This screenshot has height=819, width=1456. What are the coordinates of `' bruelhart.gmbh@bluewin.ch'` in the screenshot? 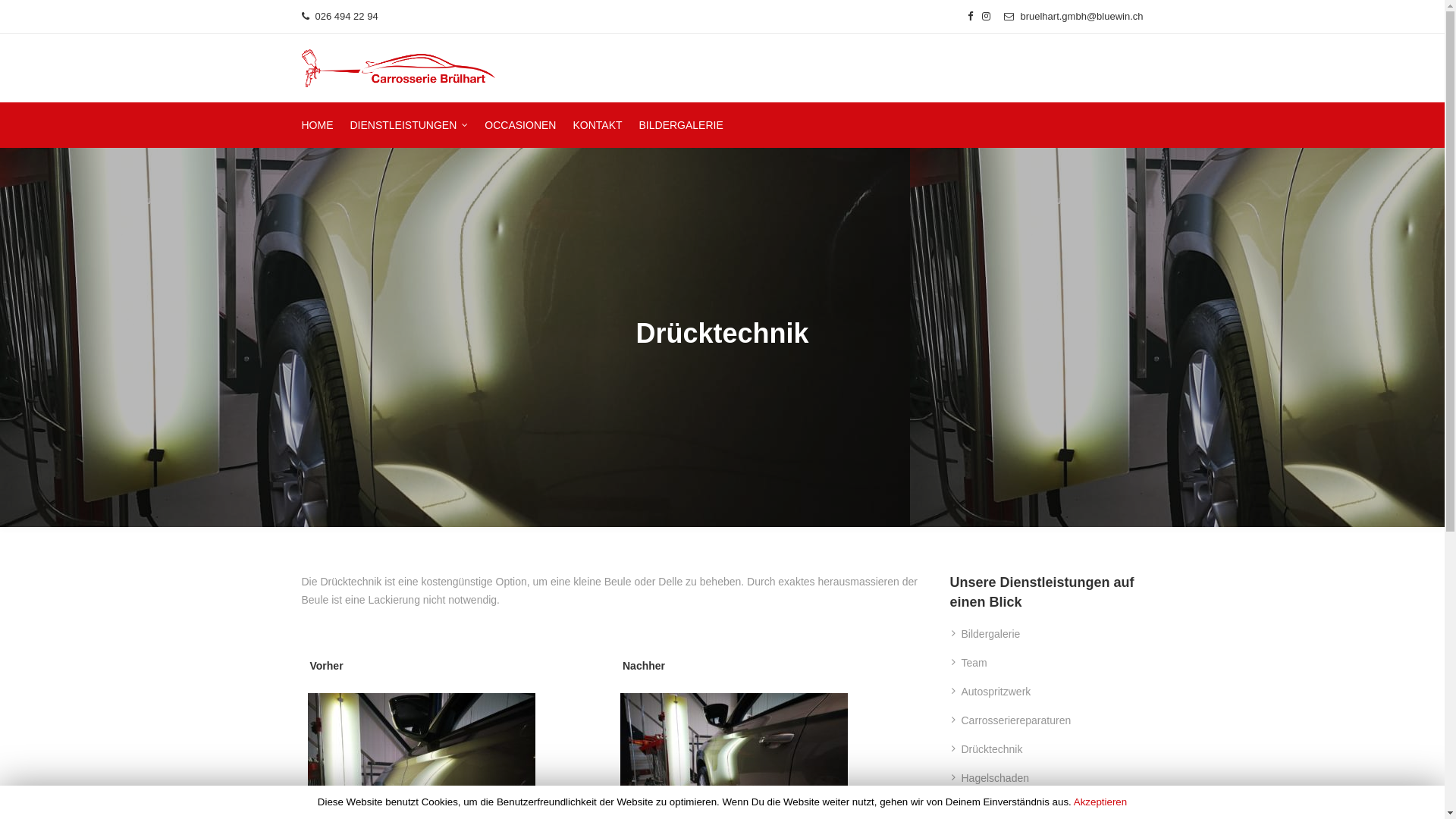 It's located at (1004, 16).